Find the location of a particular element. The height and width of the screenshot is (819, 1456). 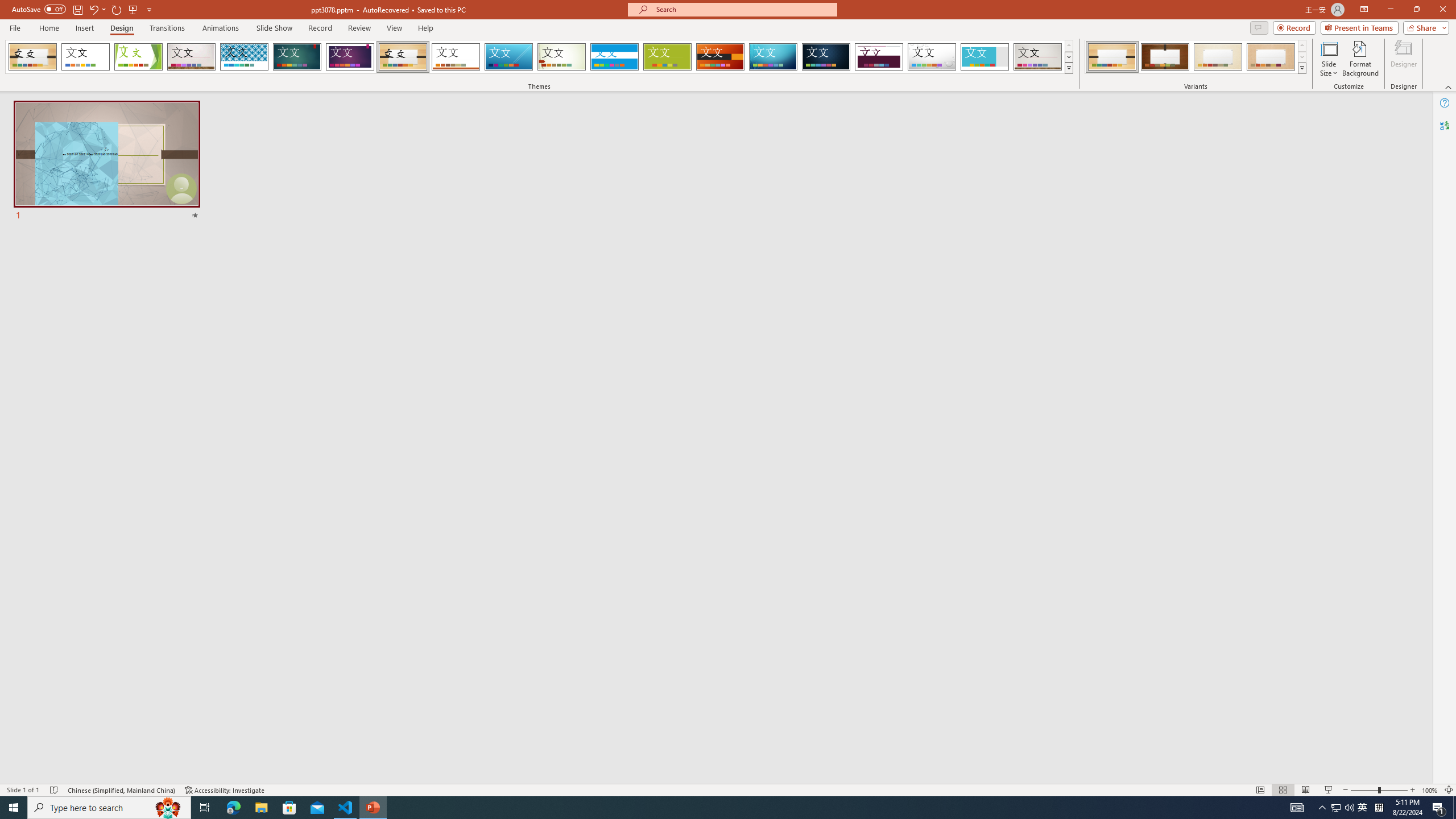

'Droplet' is located at coordinates (932, 56).